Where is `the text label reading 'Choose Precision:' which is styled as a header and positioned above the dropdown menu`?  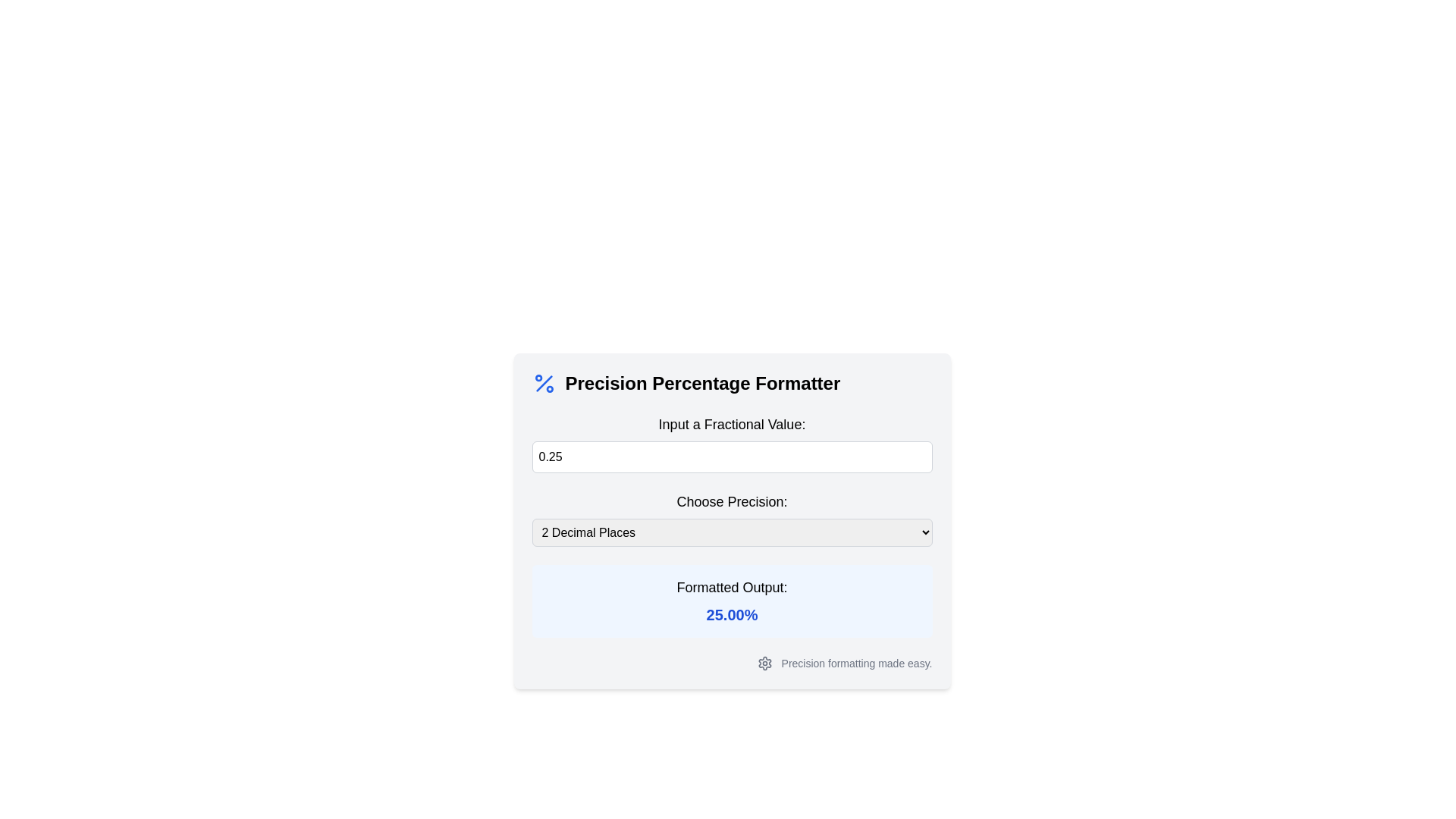 the text label reading 'Choose Precision:' which is styled as a header and positioned above the dropdown menu is located at coordinates (732, 502).